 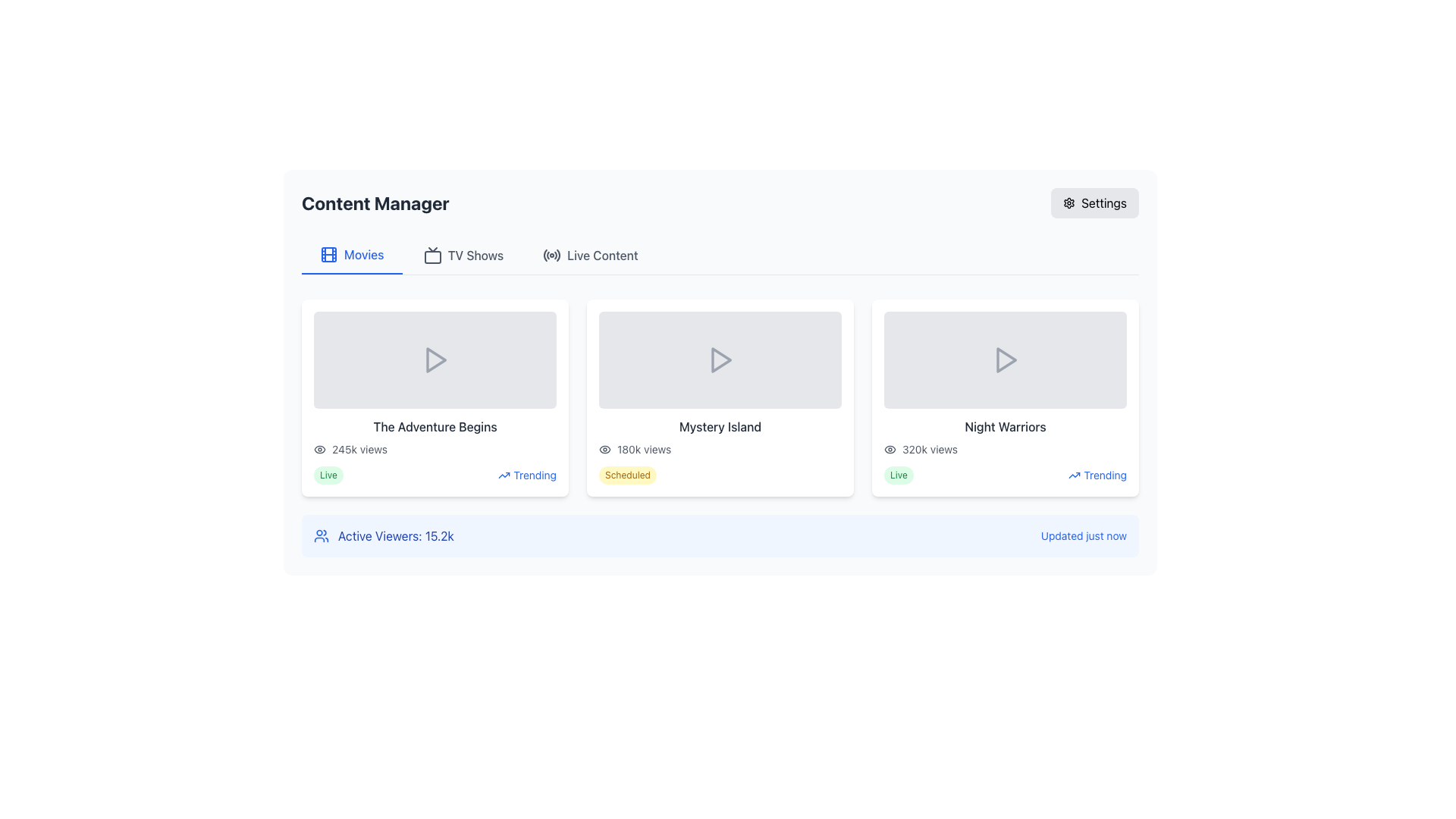 I want to click on the Text element that displays the number of active viewers, located in the central right region of the interface, following an icon graphic, so click(x=396, y=535).